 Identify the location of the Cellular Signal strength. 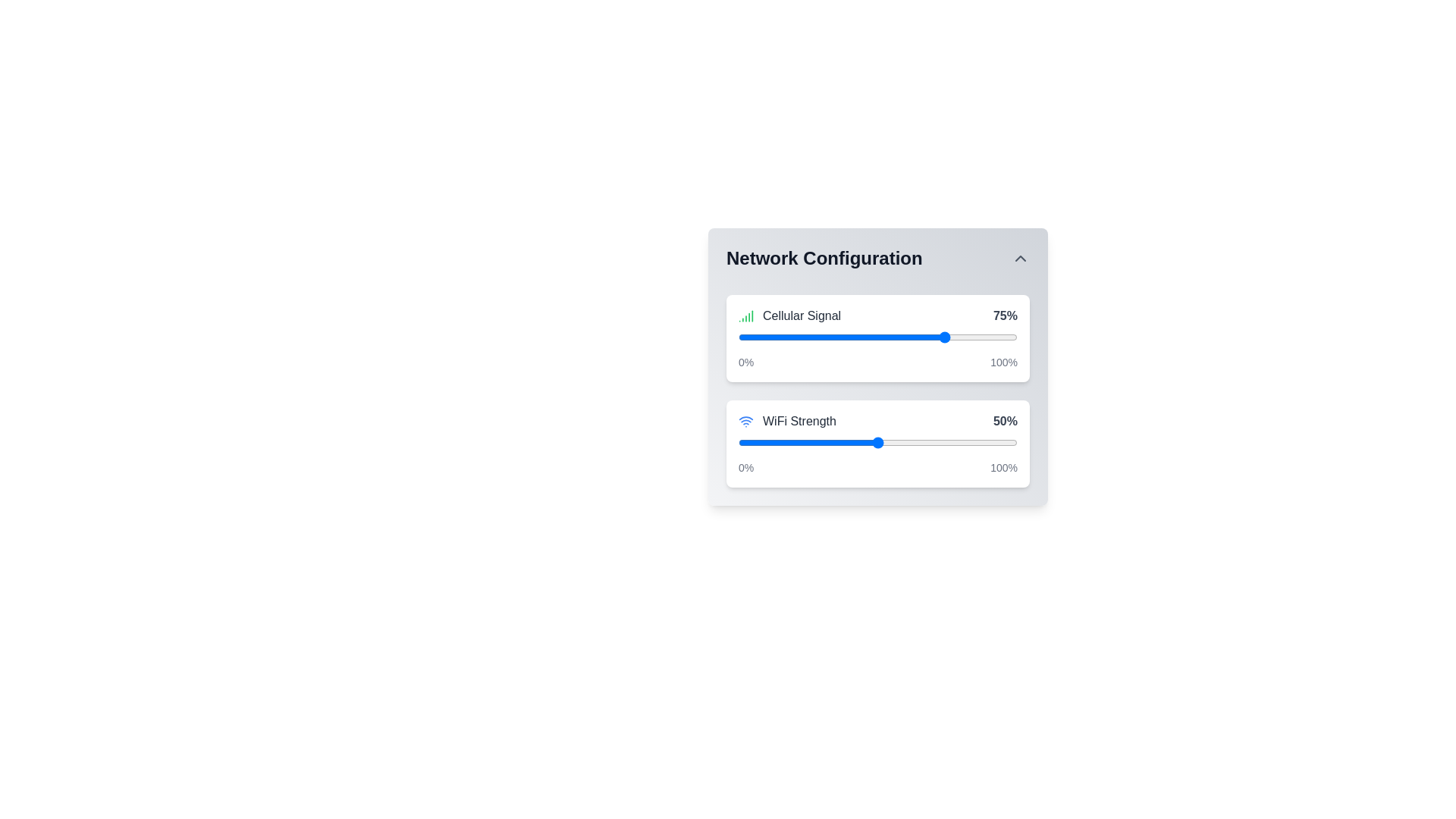
(789, 336).